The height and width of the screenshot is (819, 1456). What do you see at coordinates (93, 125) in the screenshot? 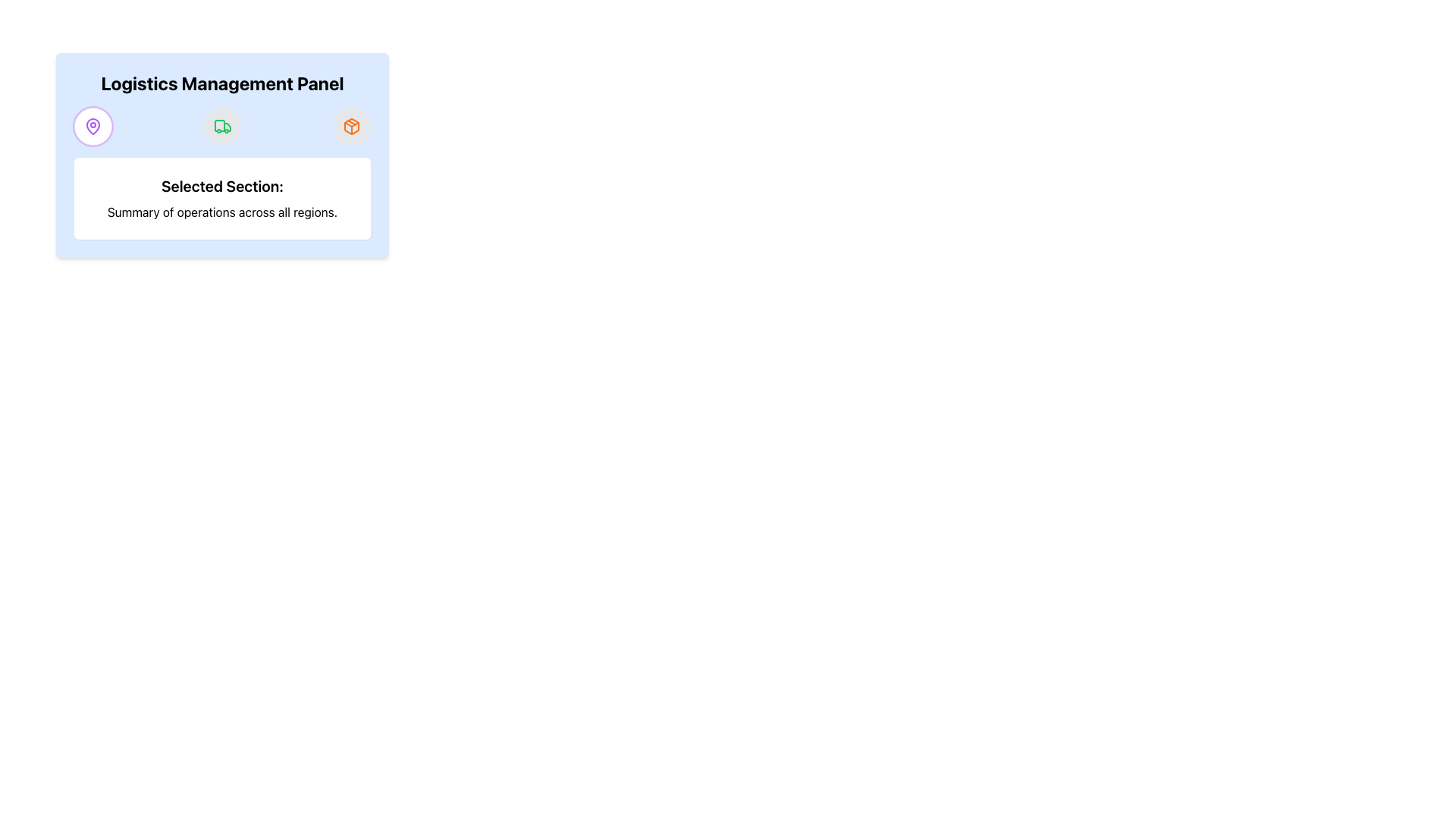
I see `the leftmost circular button containing a purple map-pin-shaped icon in the top-left corner of the blue 'Logistics Management Panel'` at bounding box center [93, 125].